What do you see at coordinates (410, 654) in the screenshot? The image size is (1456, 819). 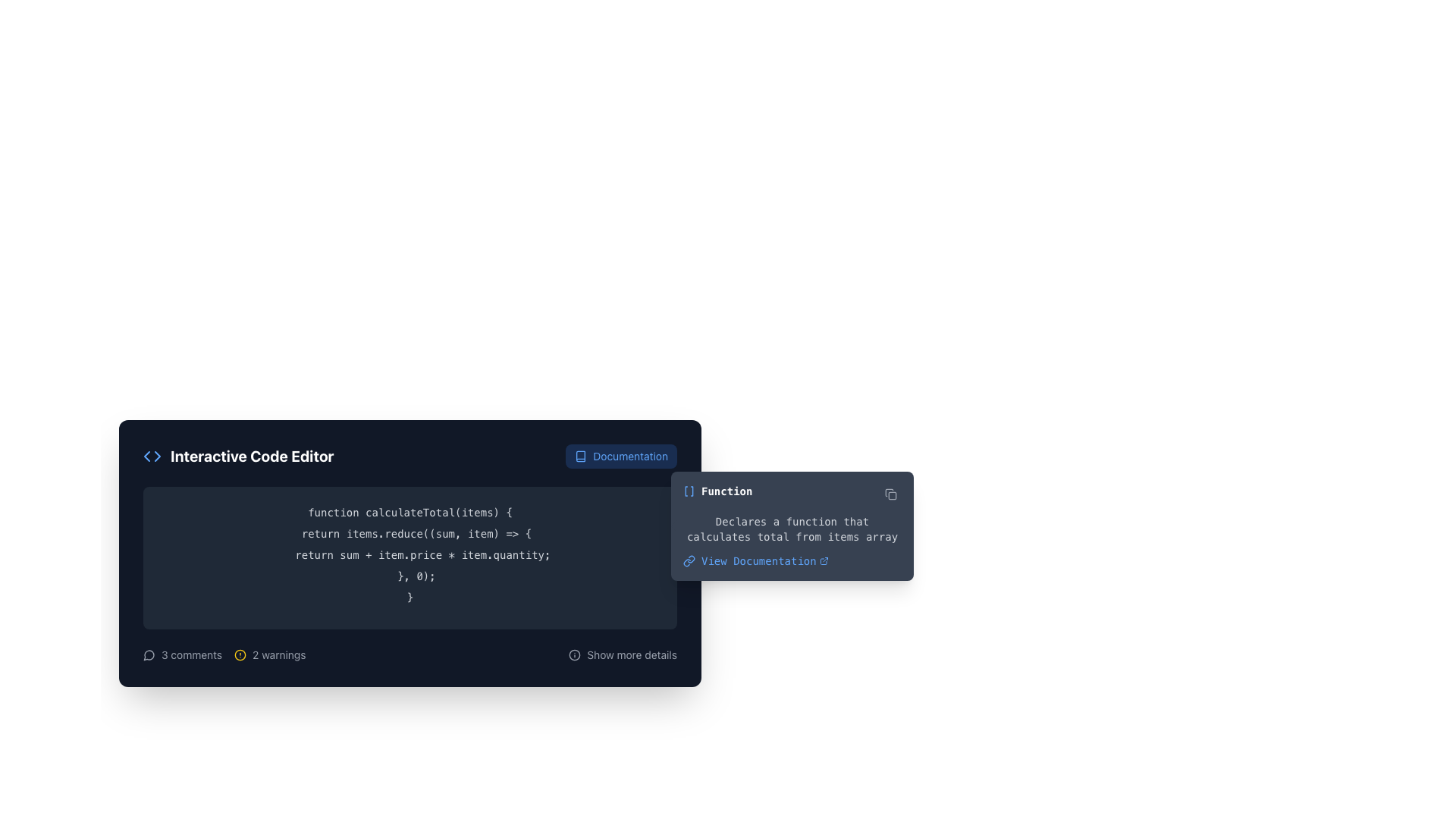 I see `displayed counts of comments and warnings from the Informational bar located at the bottom of the Interactive Code Editor` at bounding box center [410, 654].